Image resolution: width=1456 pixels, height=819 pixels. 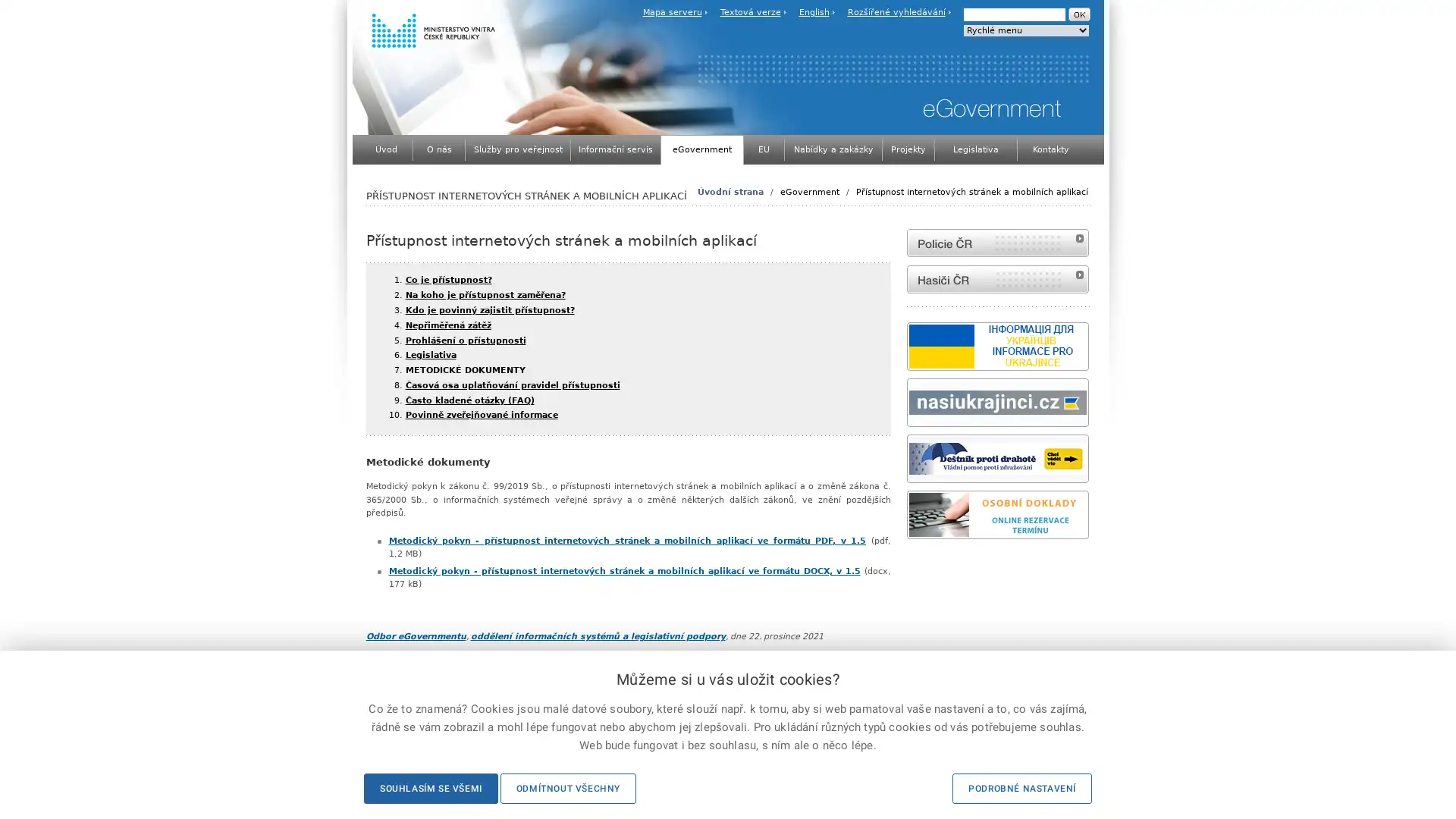 What do you see at coordinates (1078, 14) in the screenshot?
I see `ok` at bounding box center [1078, 14].